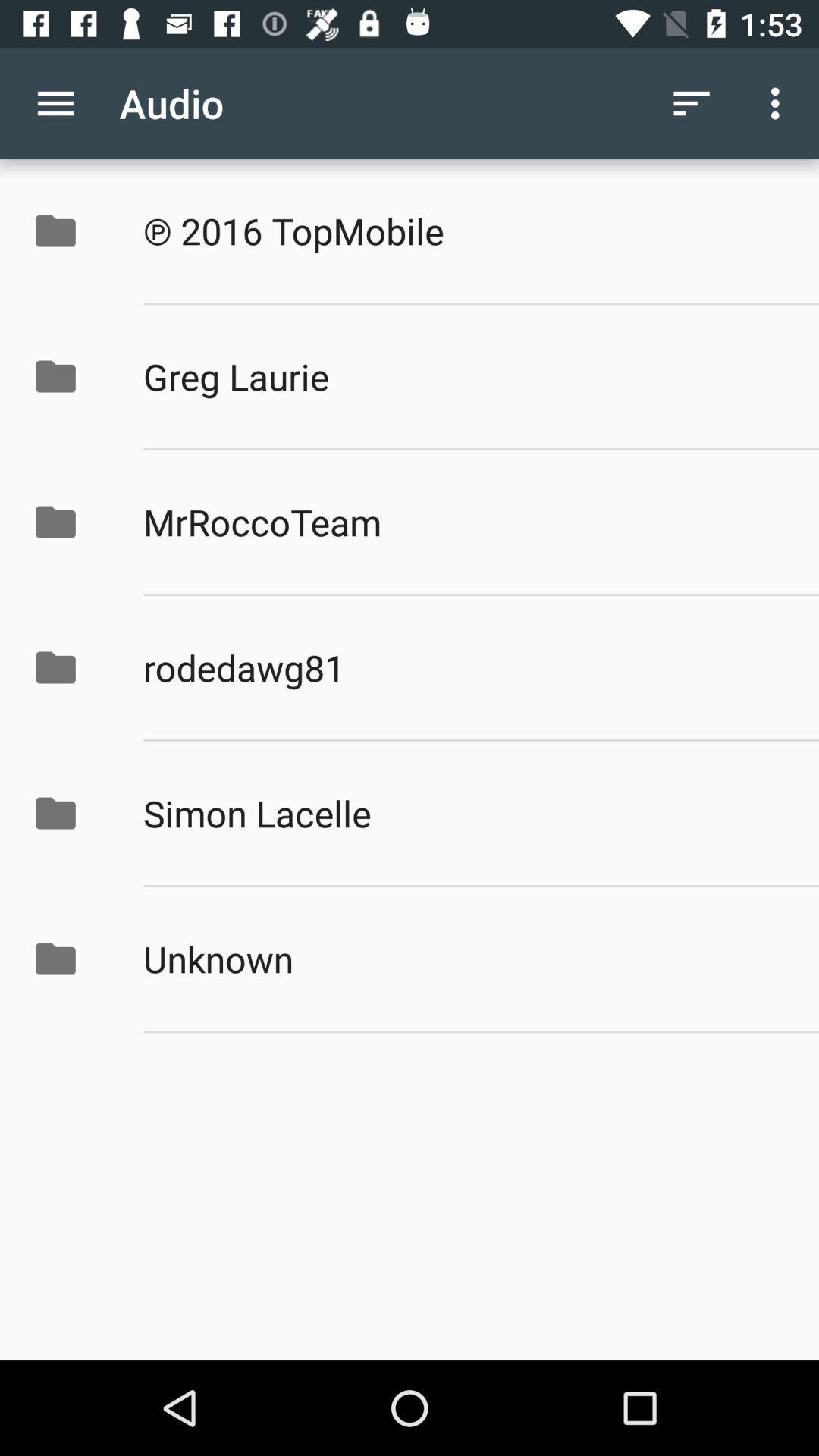 The height and width of the screenshot is (1456, 819). Describe the element at coordinates (464, 522) in the screenshot. I see `the icon below greg laurie app` at that location.